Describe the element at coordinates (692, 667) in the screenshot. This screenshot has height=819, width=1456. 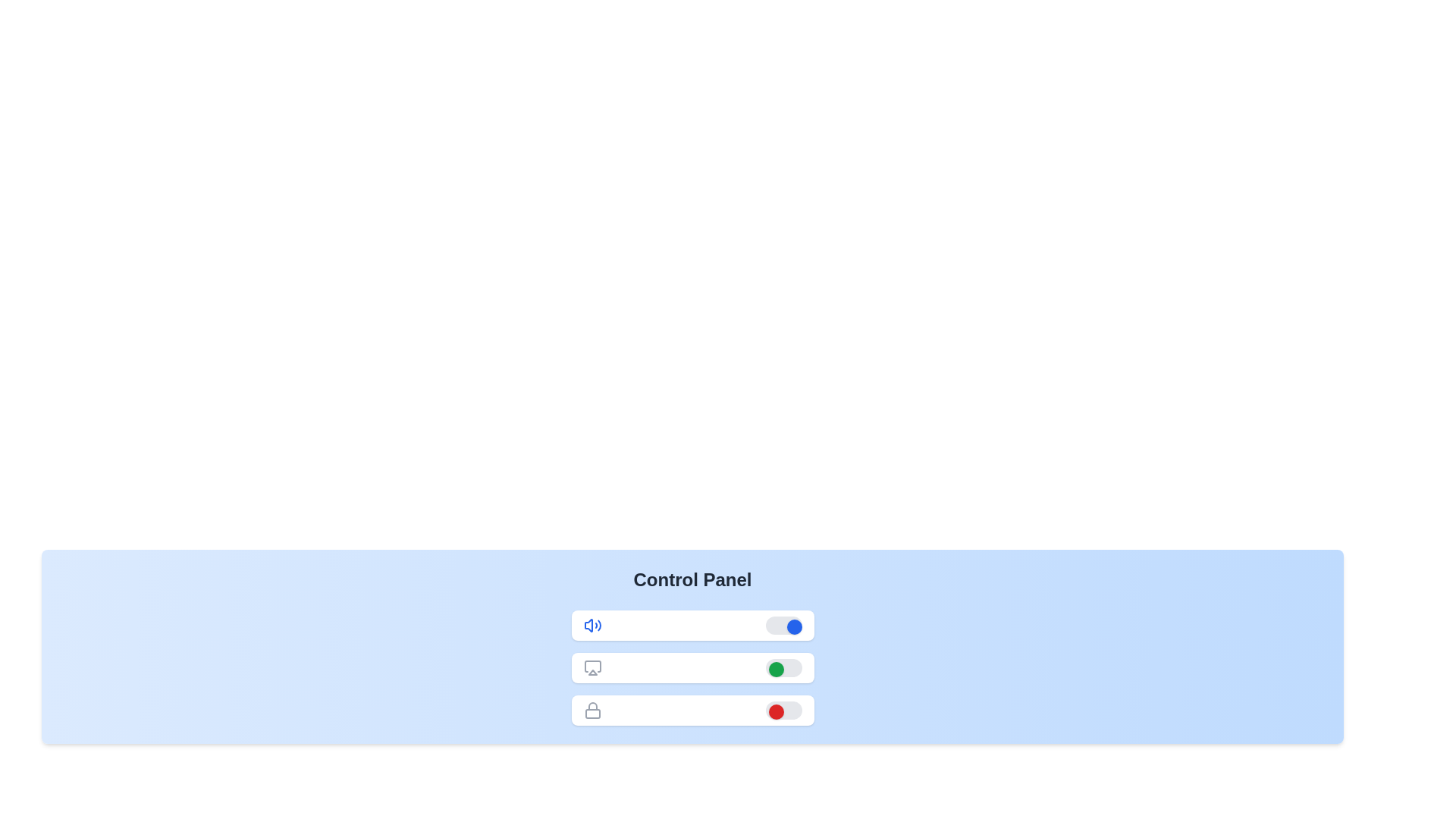
I see `the green switch on the middle toggleable control item in the vertical stack within the 'Control Panel'` at that location.